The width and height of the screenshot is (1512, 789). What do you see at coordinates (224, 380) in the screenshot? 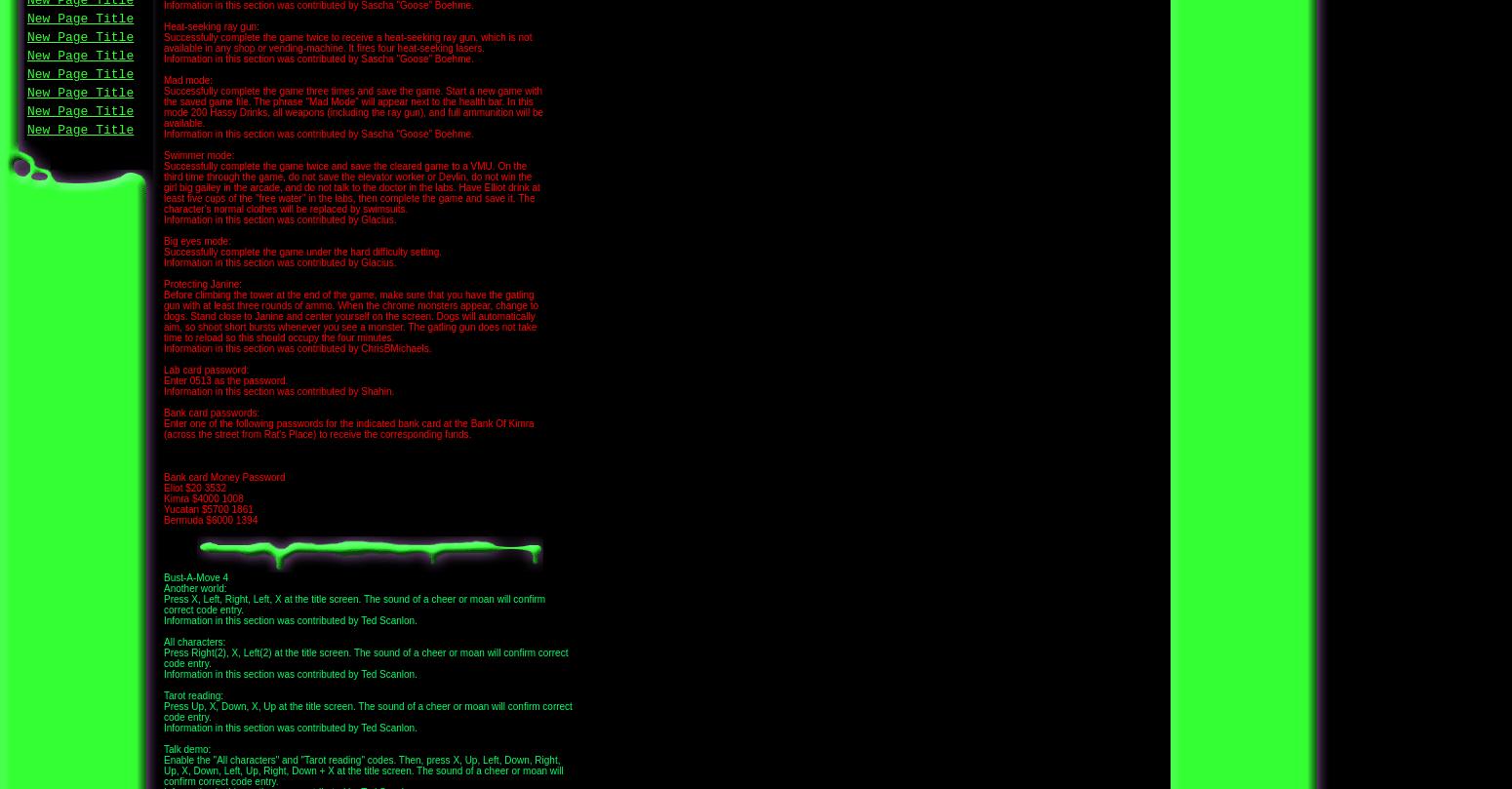
I see `'Enter 0513 as the password.'` at bounding box center [224, 380].